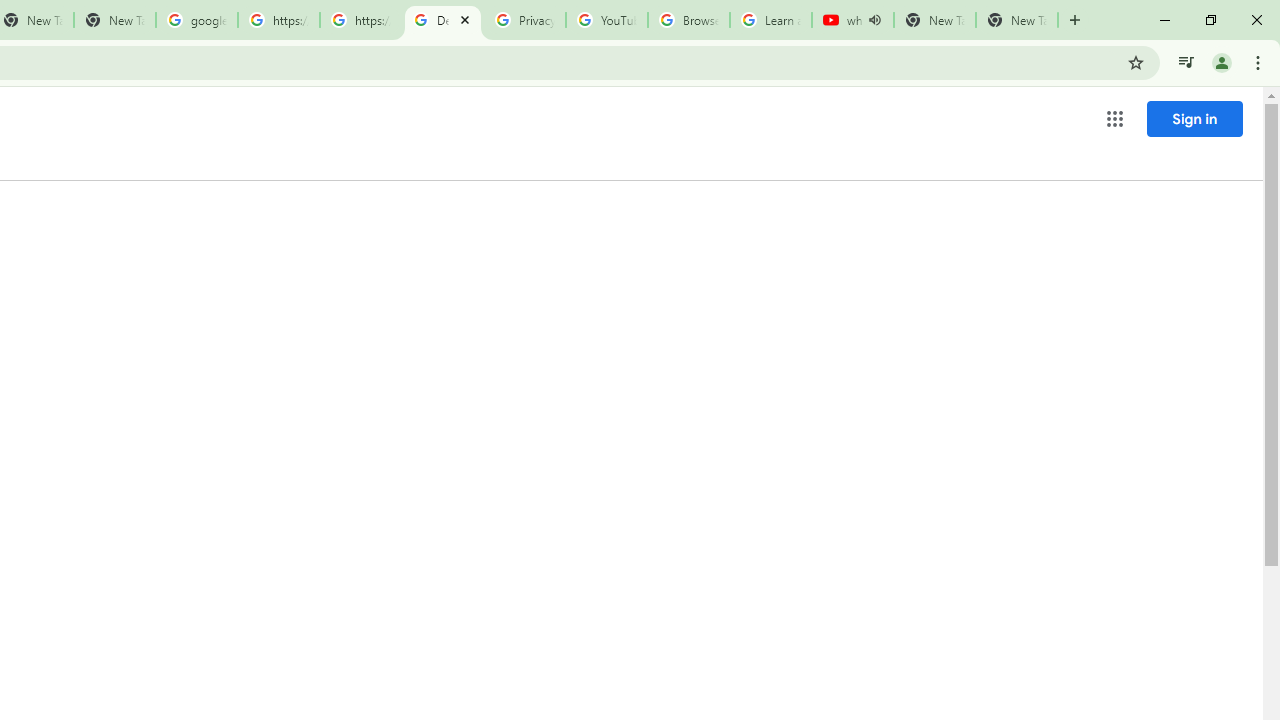 The image size is (1280, 720). I want to click on 'https://scholar.google.com/', so click(278, 20).